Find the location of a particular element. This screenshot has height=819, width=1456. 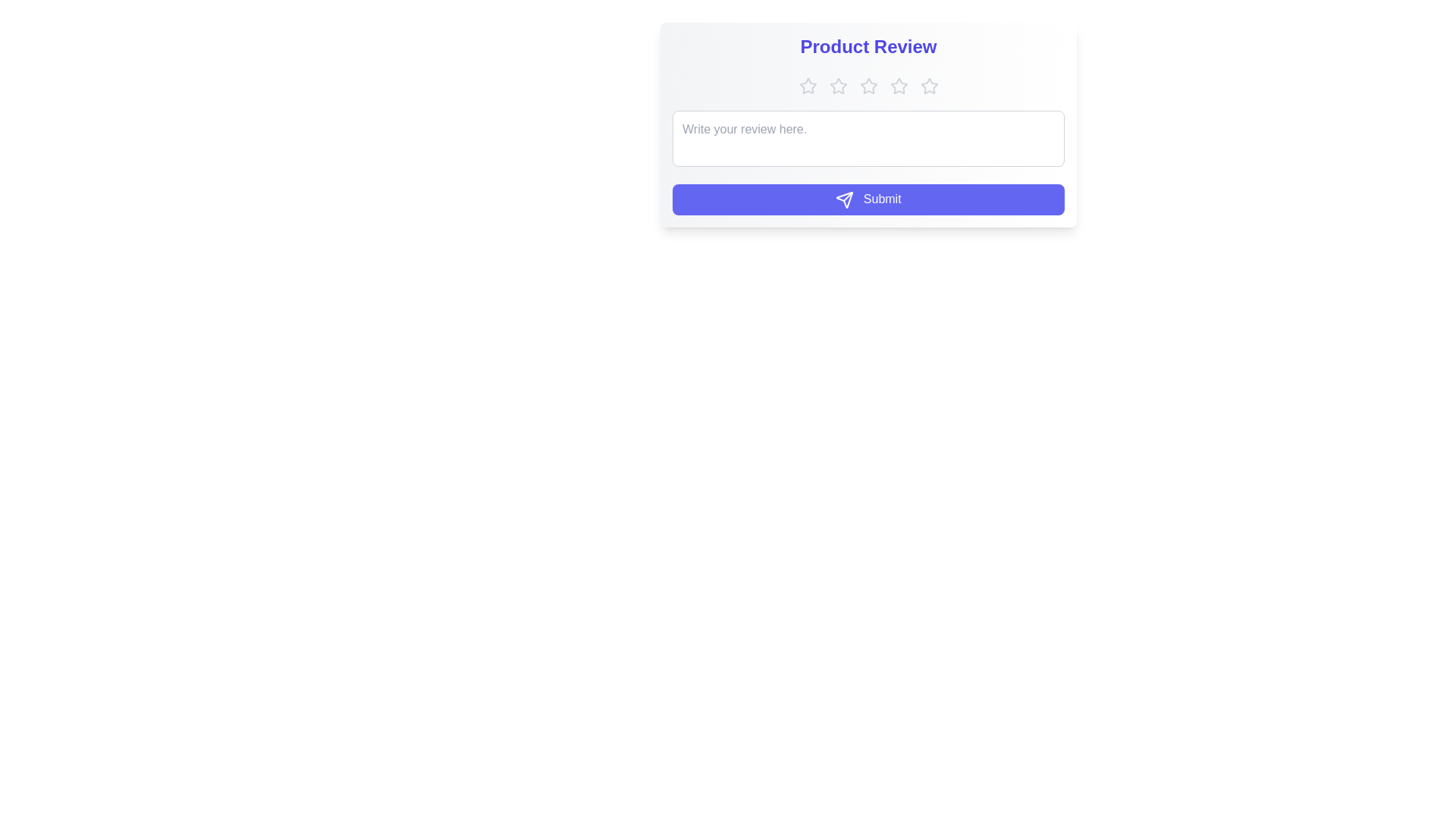

the product rating to 3 stars by clicking on the respective star is located at coordinates (868, 86).